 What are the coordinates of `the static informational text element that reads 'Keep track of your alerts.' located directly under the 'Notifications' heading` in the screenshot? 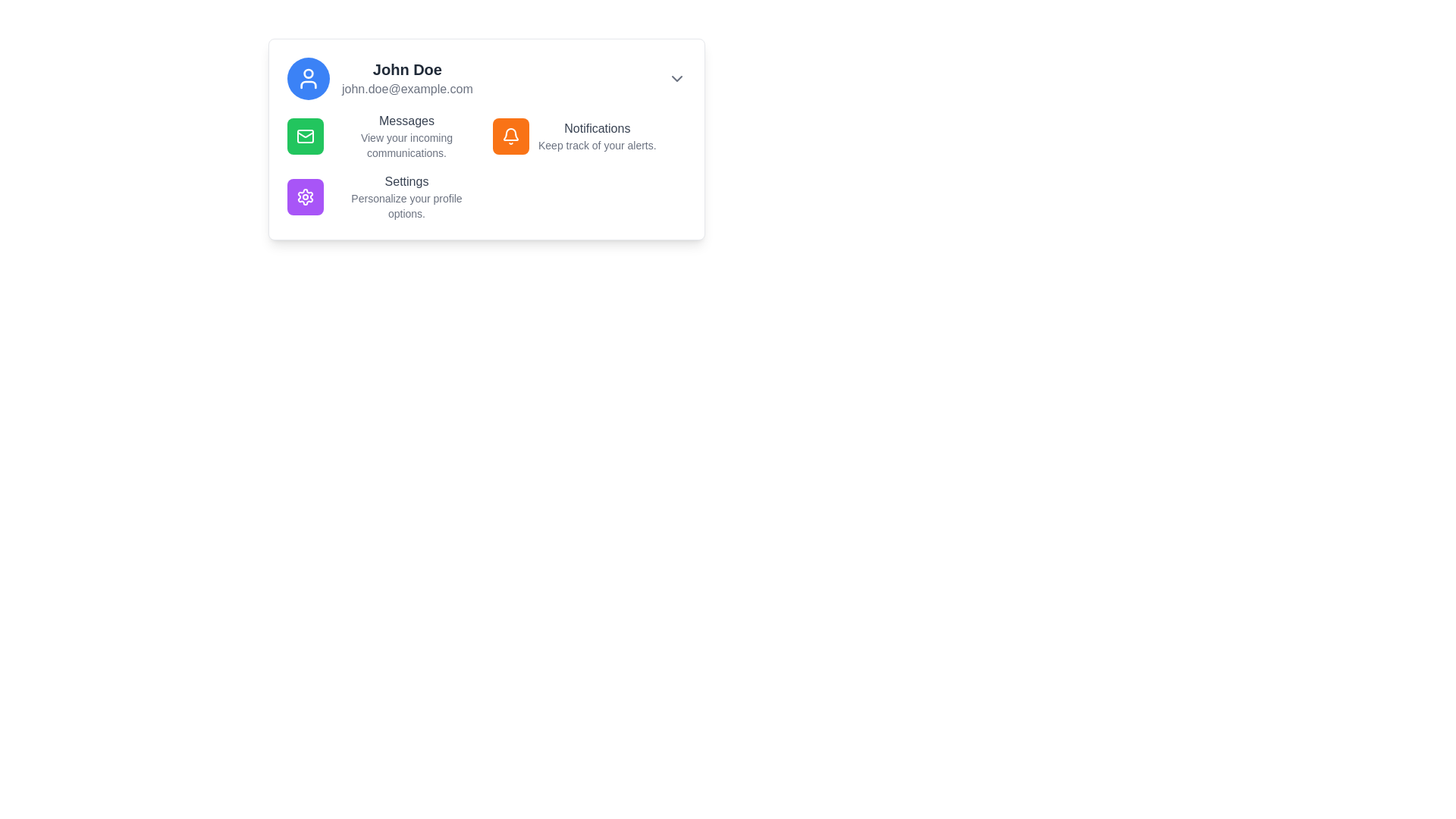 It's located at (596, 146).